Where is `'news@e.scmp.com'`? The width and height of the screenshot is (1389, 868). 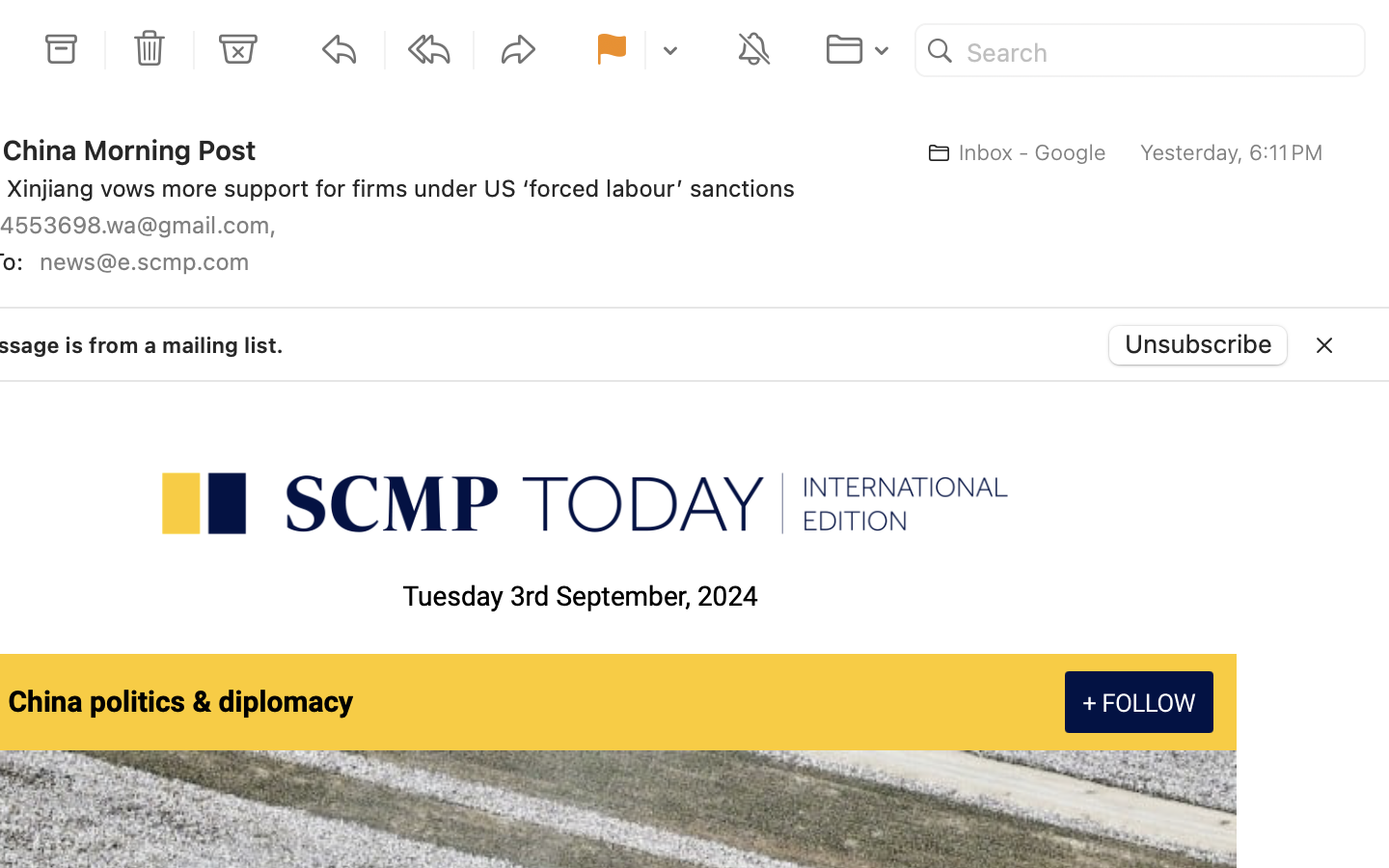 'news@e.scmp.com' is located at coordinates (150, 259).